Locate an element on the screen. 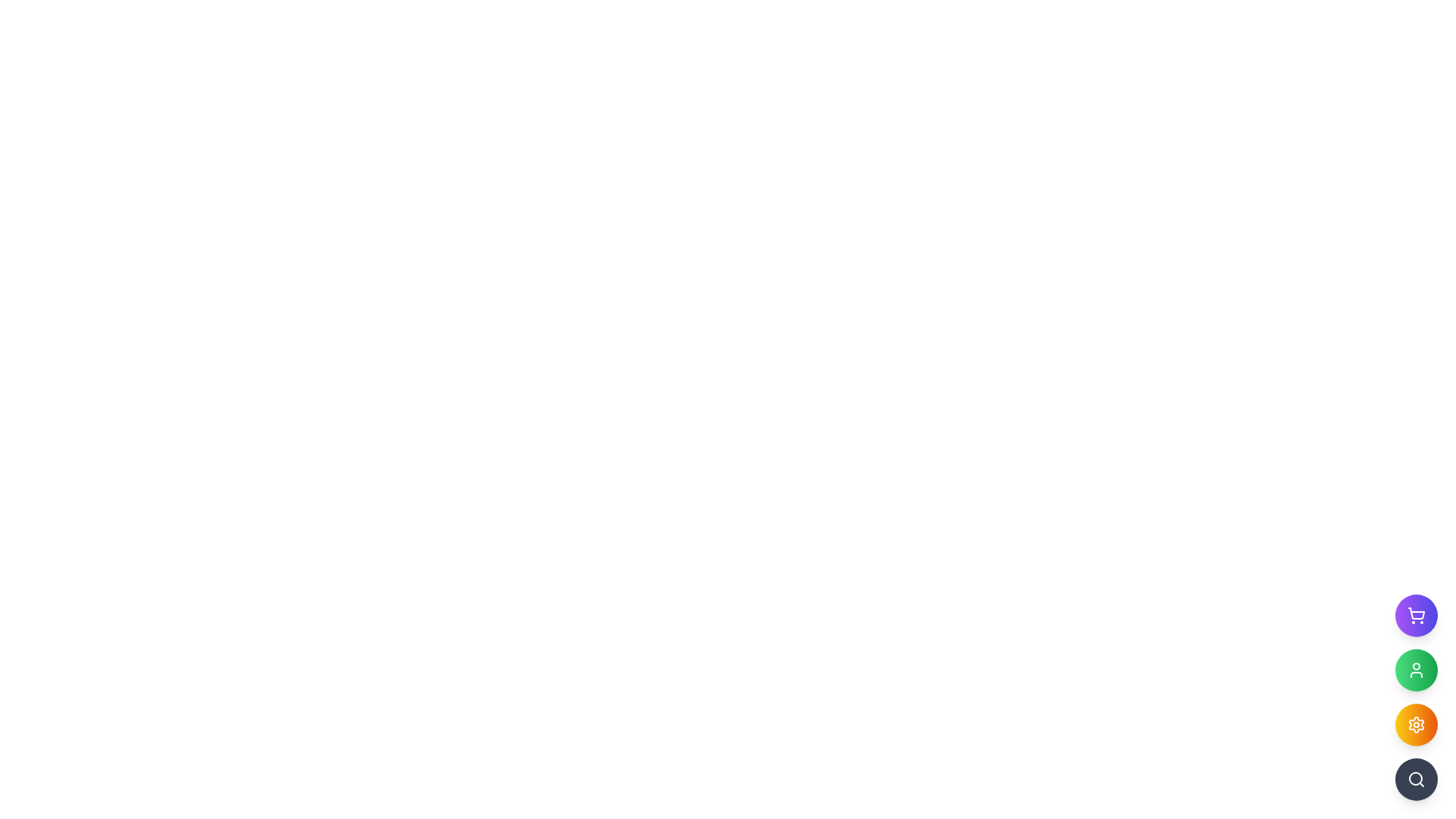 This screenshot has height=819, width=1456. the bottom-most circular button containing a black magnifying glass icon to initiate a search action is located at coordinates (1415, 780).